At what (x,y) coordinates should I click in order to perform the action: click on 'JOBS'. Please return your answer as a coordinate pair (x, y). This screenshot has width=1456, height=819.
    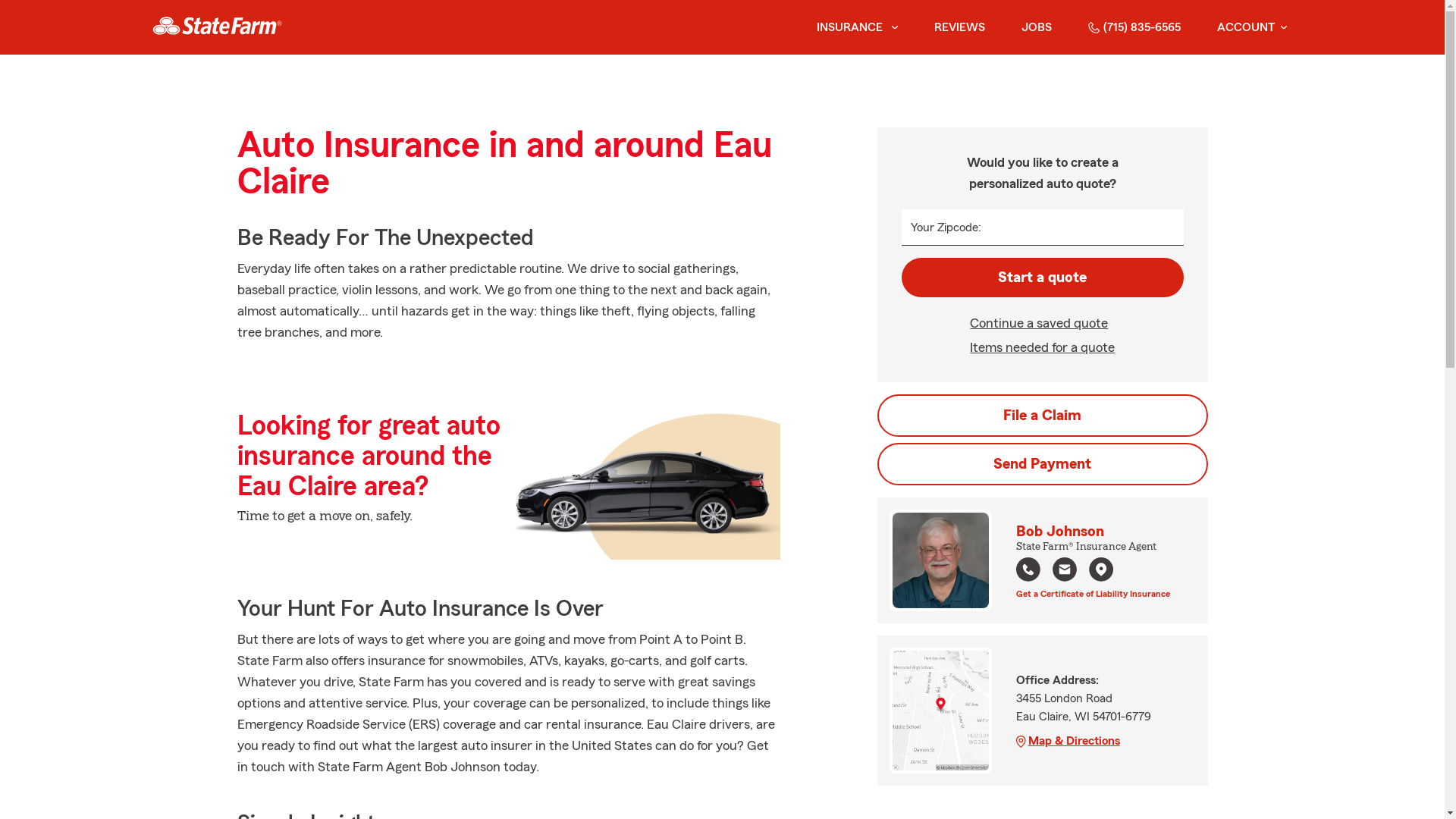
    Looking at the image, I should click on (1035, 27).